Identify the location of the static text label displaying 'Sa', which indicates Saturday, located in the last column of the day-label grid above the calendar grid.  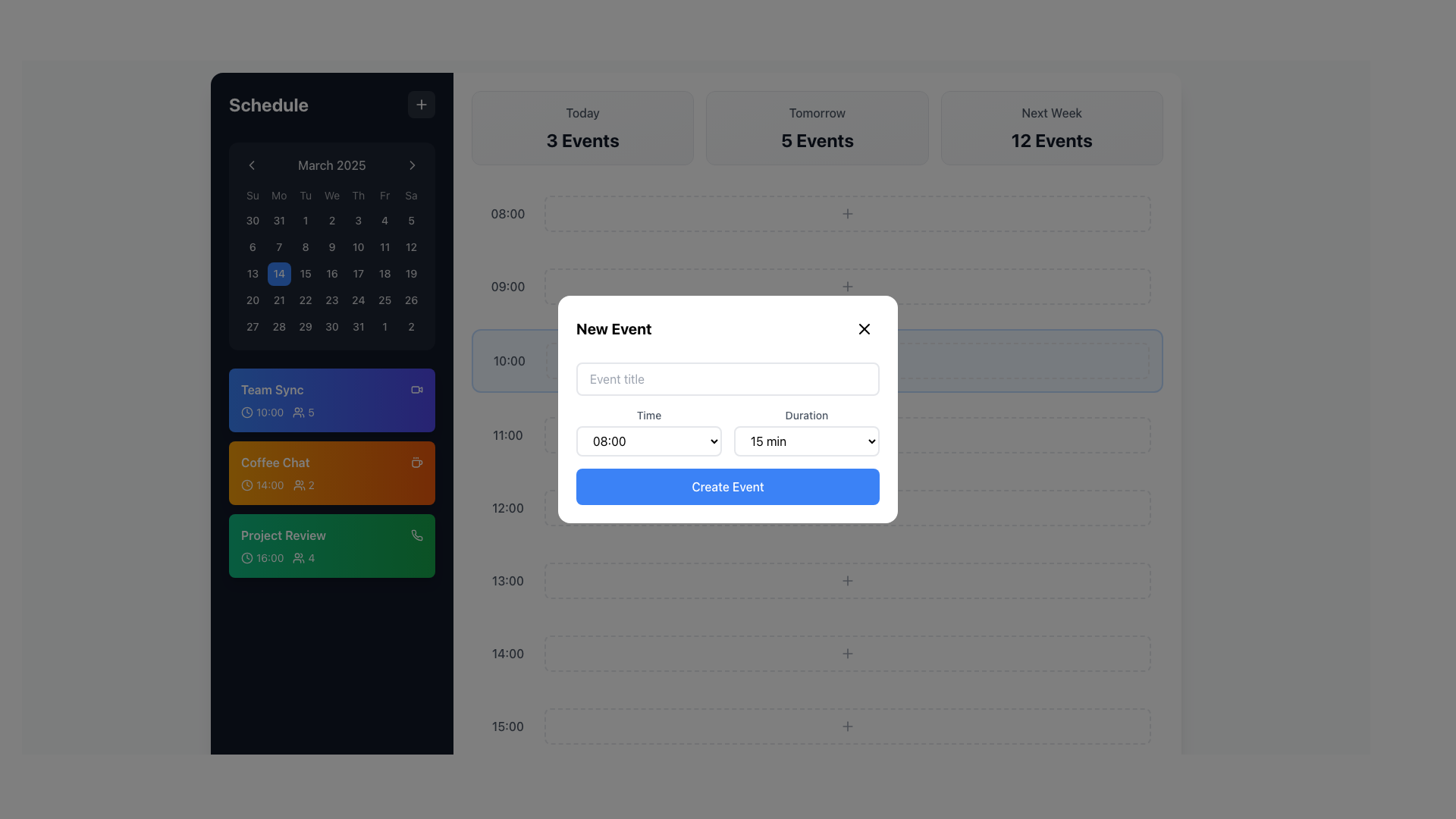
(411, 195).